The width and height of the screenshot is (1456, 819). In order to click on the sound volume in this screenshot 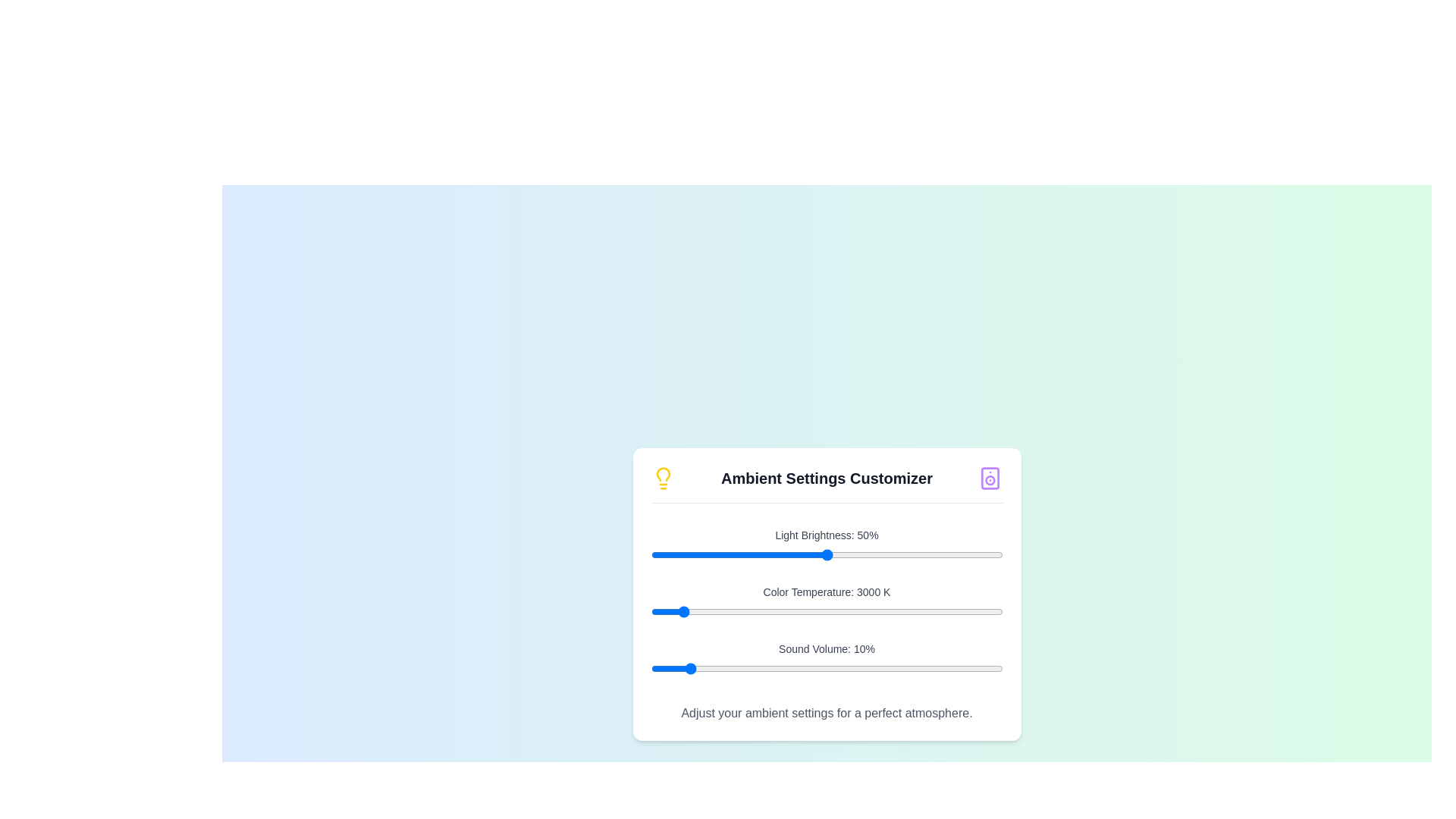, I will do `click(847, 668)`.